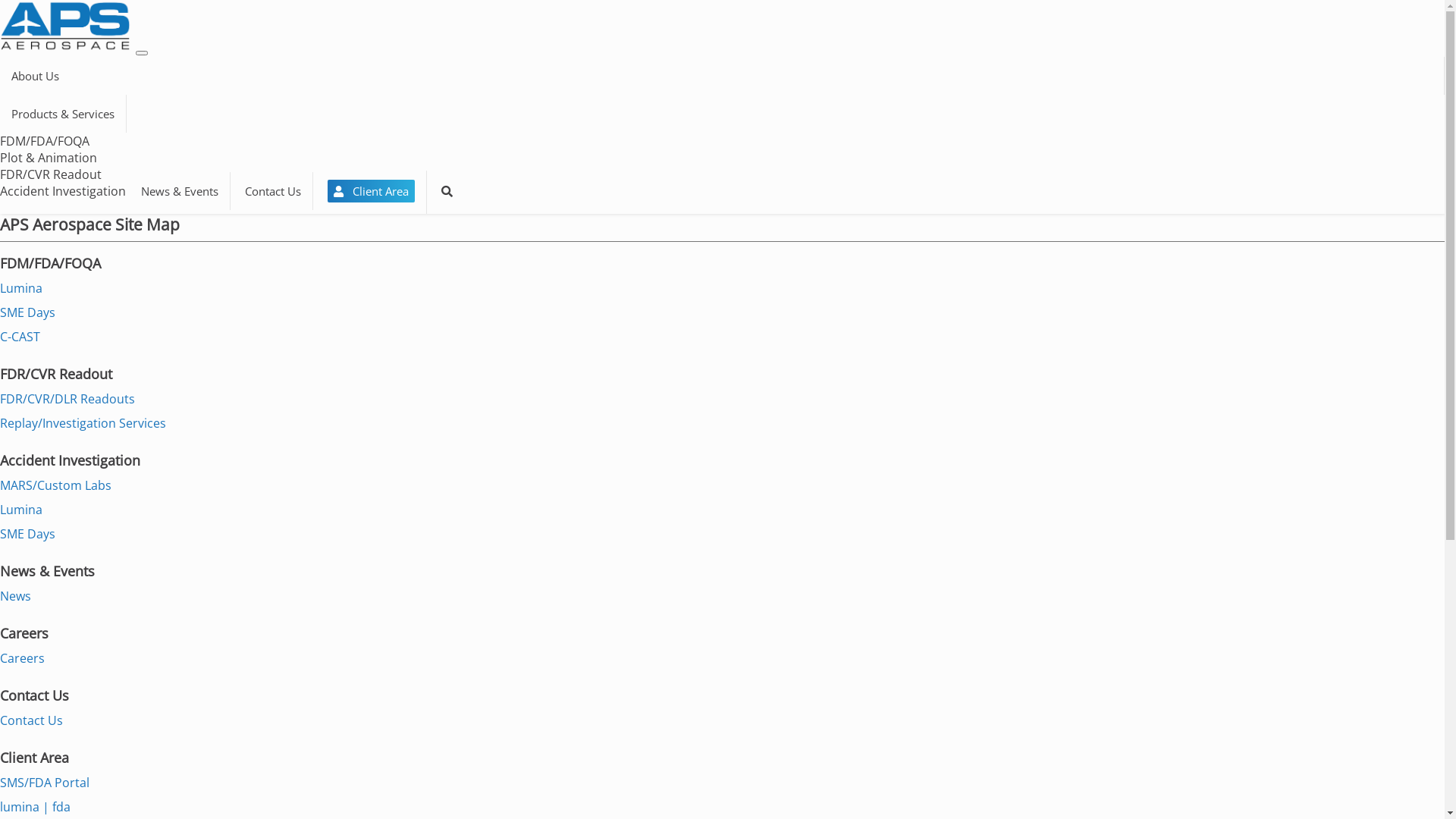  What do you see at coordinates (0, 806) in the screenshot?
I see `'lumina | fda'` at bounding box center [0, 806].